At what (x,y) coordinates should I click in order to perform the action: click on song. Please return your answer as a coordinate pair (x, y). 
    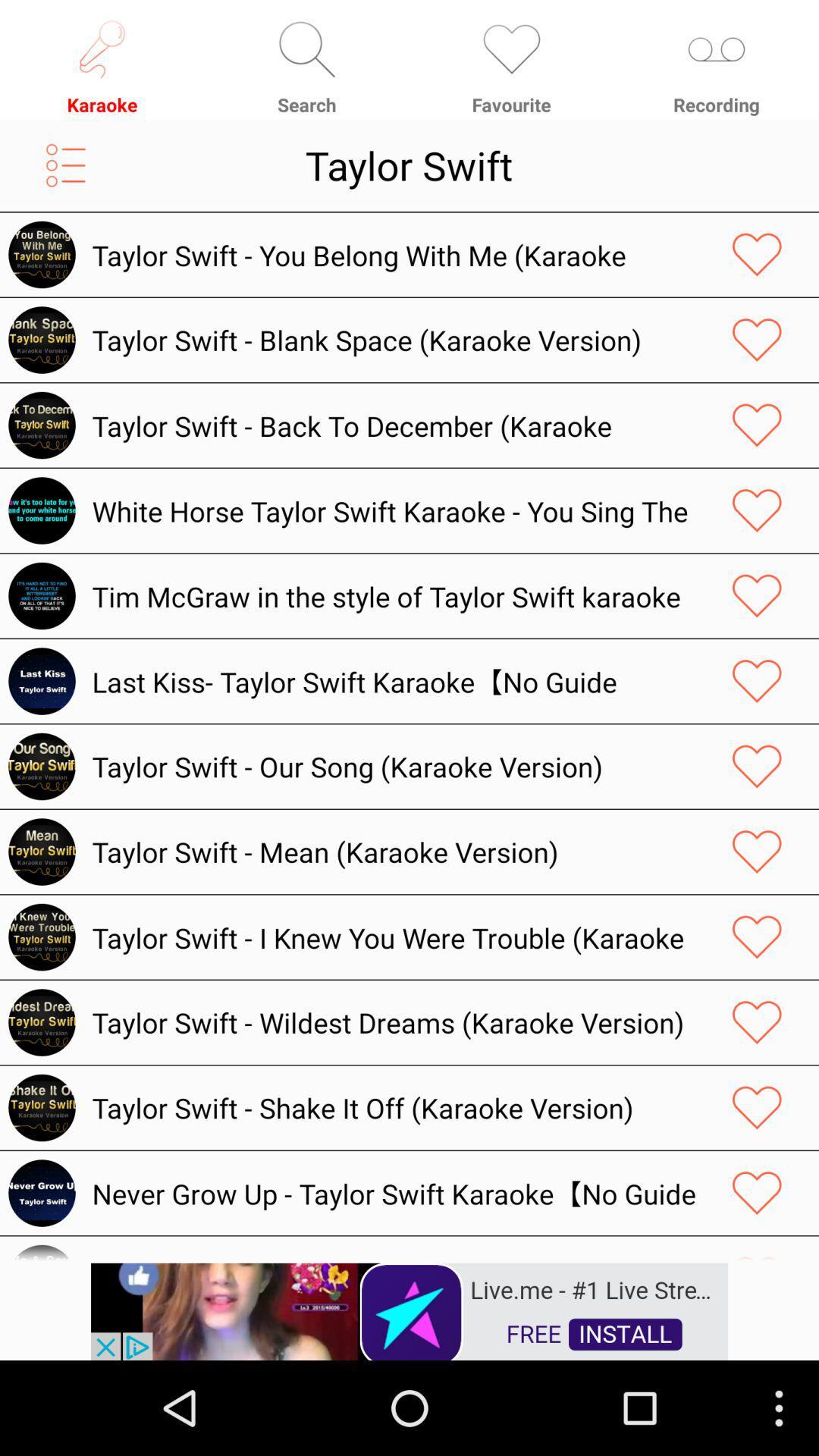
    Looking at the image, I should click on (757, 1251).